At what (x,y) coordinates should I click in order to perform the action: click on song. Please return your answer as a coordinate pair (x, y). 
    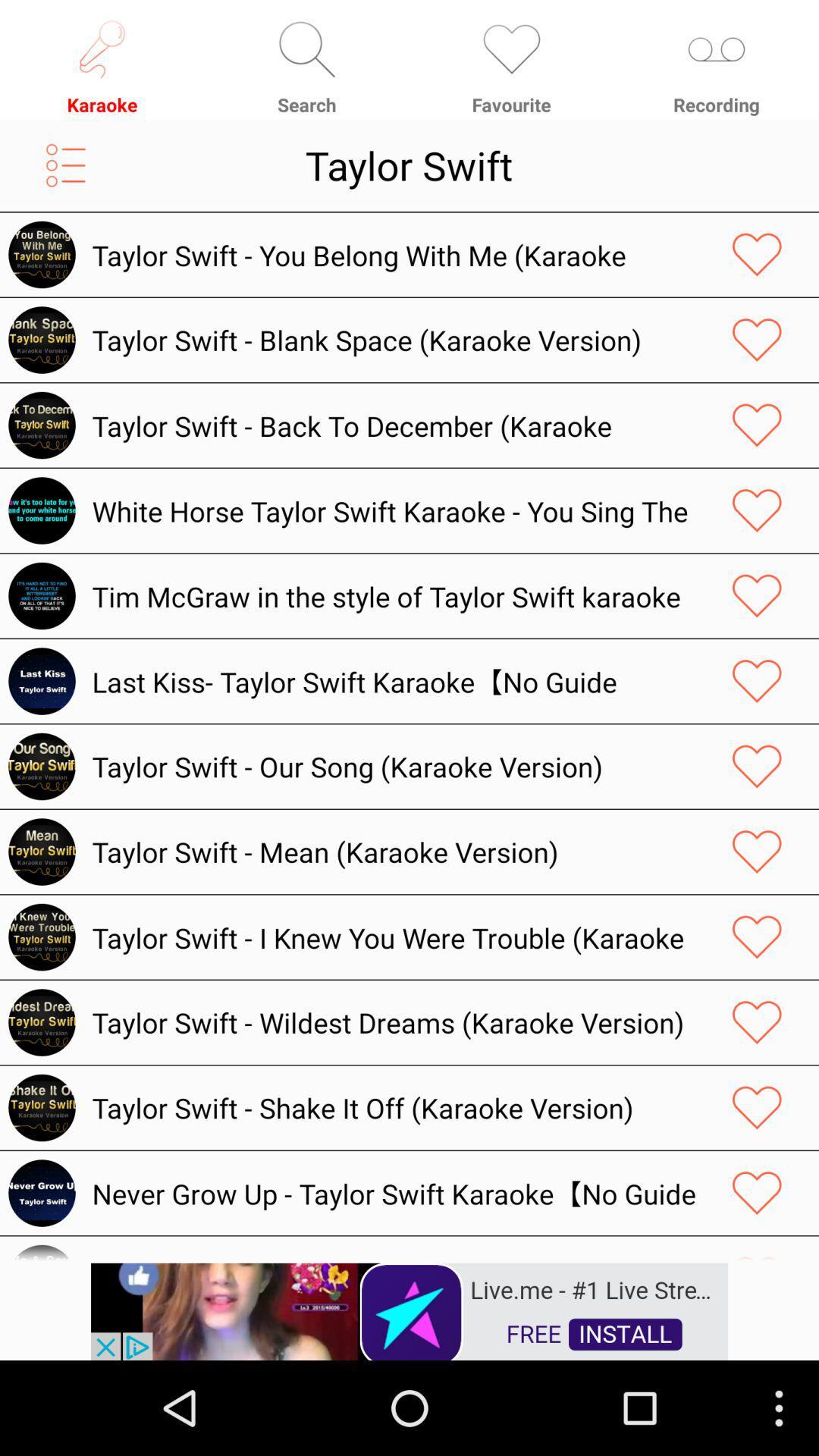
    Looking at the image, I should click on (757, 1251).